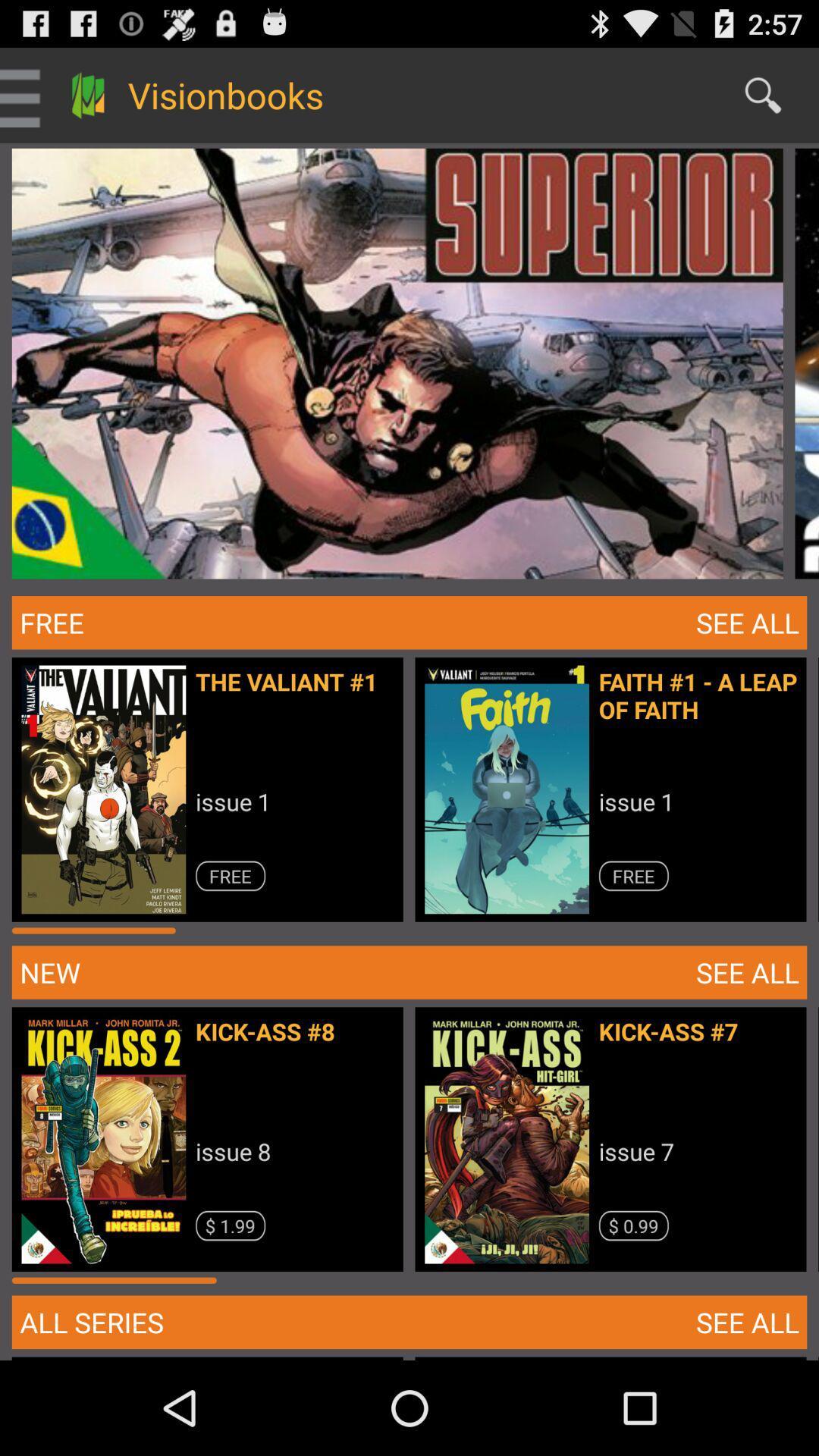 The width and height of the screenshot is (819, 1456). What do you see at coordinates (747, 623) in the screenshot?
I see `the button right to free` at bounding box center [747, 623].